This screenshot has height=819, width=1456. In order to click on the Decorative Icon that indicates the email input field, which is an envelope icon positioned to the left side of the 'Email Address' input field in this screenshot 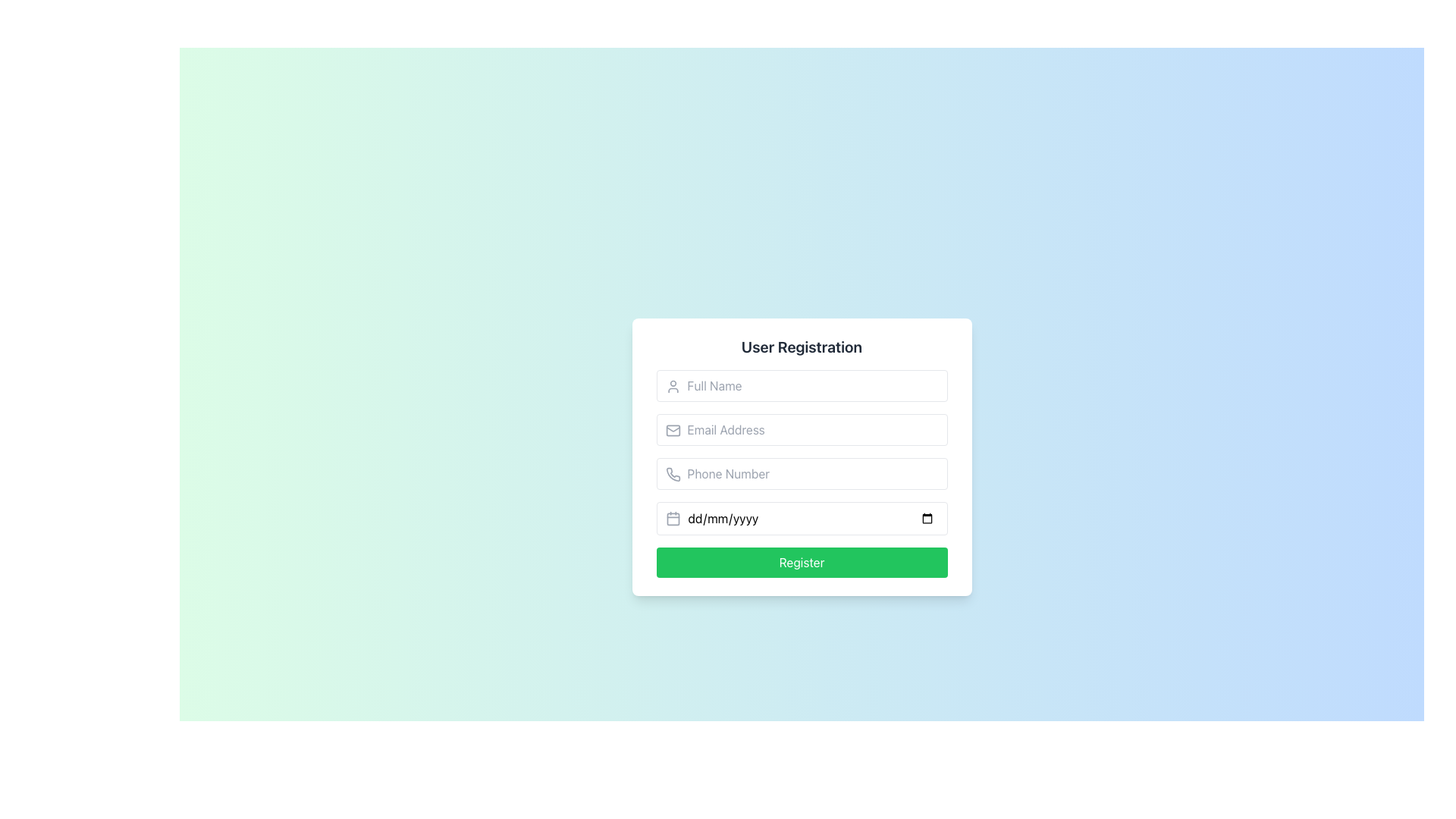, I will do `click(672, 430)`.